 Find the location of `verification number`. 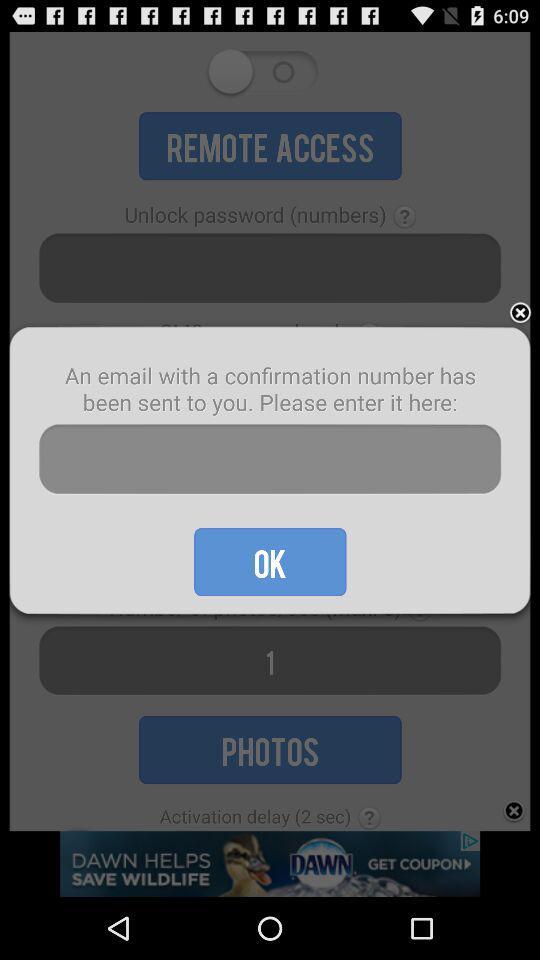

verification number is located at coordinates (270, 459).